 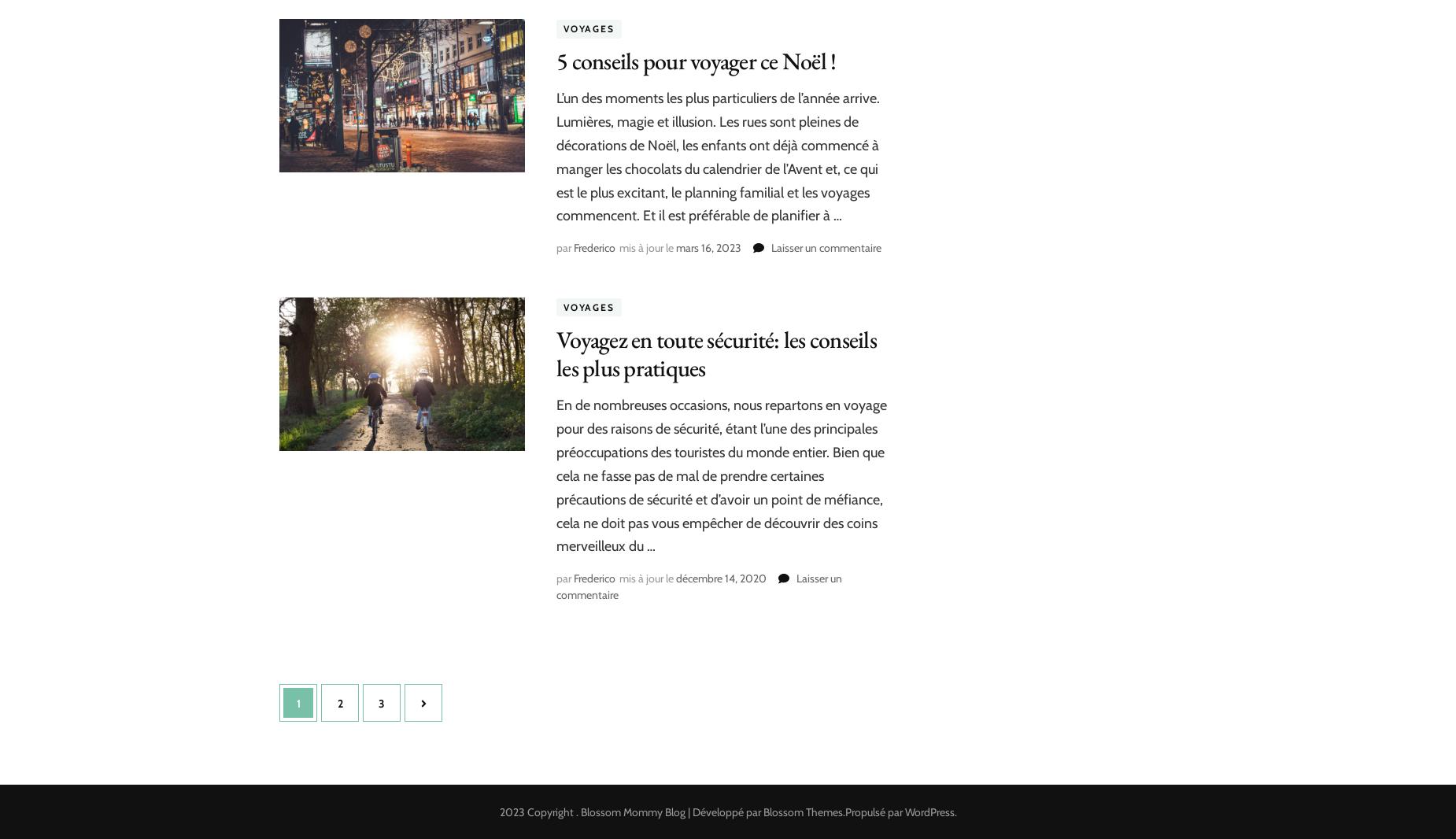 What do you see at coordinates (801, 811) in the screenshot?
I see `'Blossom Themes'` at bounding box center [801, 811].